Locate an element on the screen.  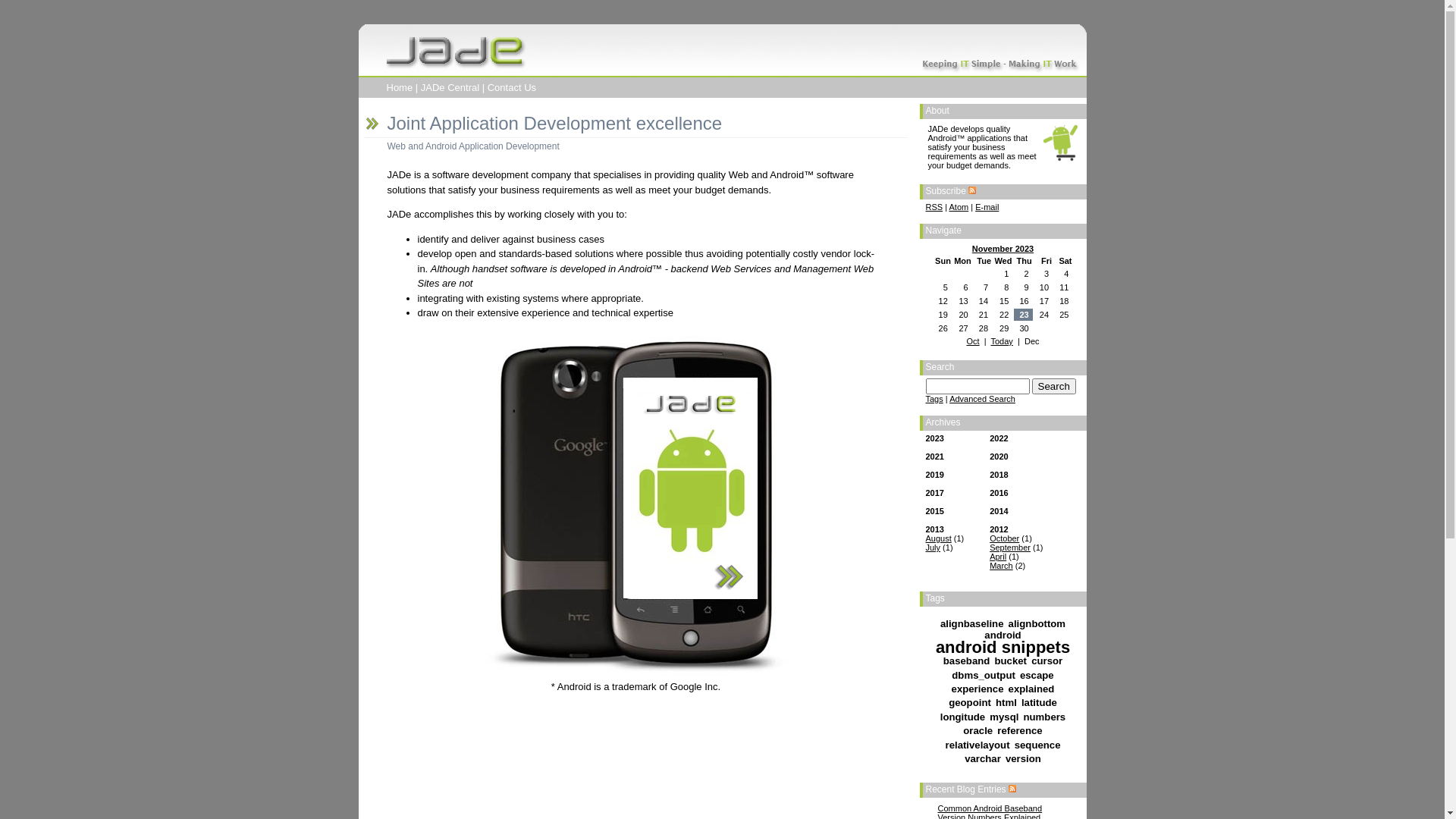
'android' is located at coordinates (1002, 635).